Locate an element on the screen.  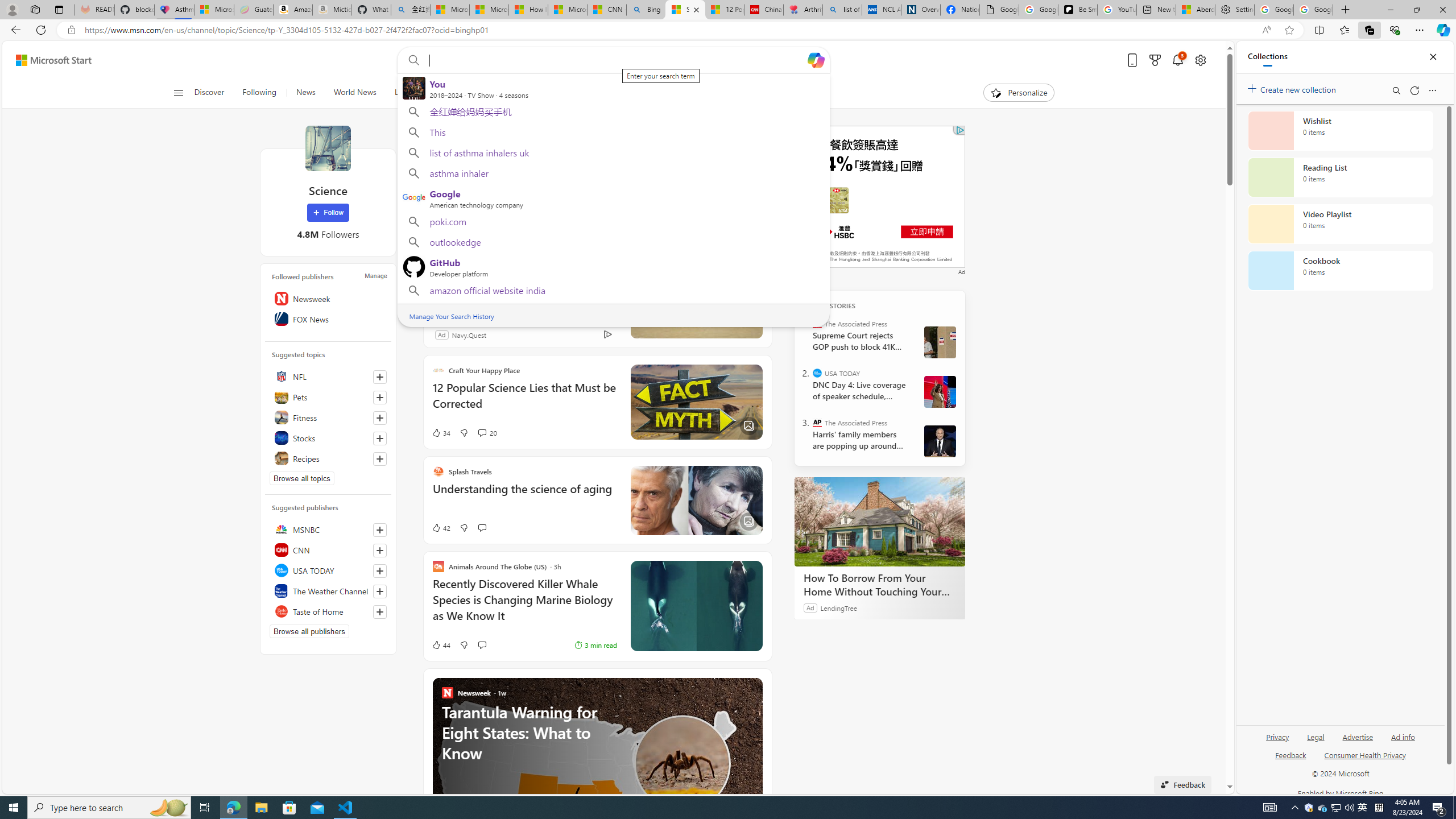
'Google Analytics Opt-out Browser Add-on Download Page' is located at coordinates (999, 9).